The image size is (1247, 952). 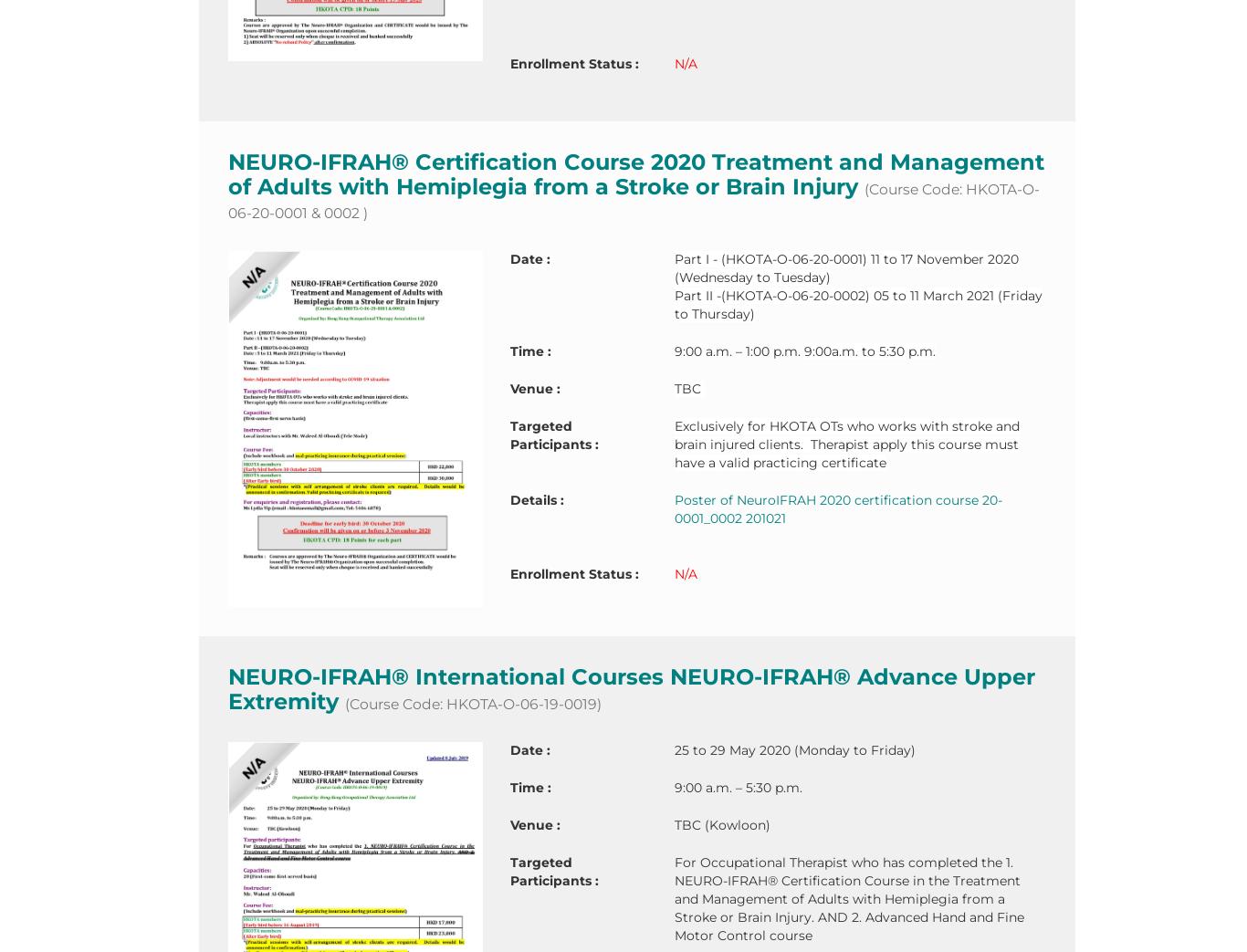 What do you see at coordinates (737, 350) in the screenshot?
I see `'9:00 a.m. – 1:00 p.m.'` at bounding box center [737, 350].